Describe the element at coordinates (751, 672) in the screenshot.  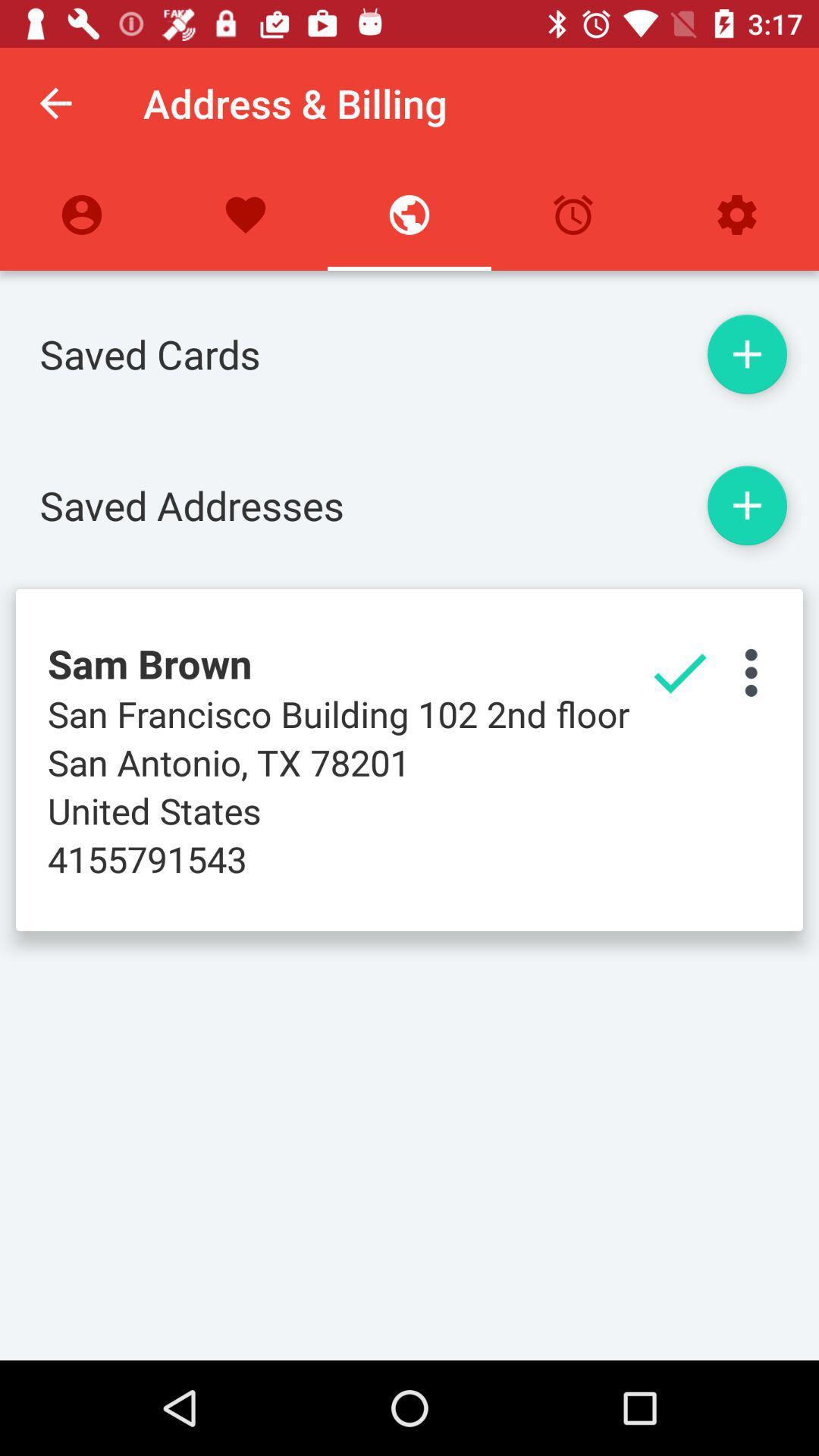
I see `more options` at that location.